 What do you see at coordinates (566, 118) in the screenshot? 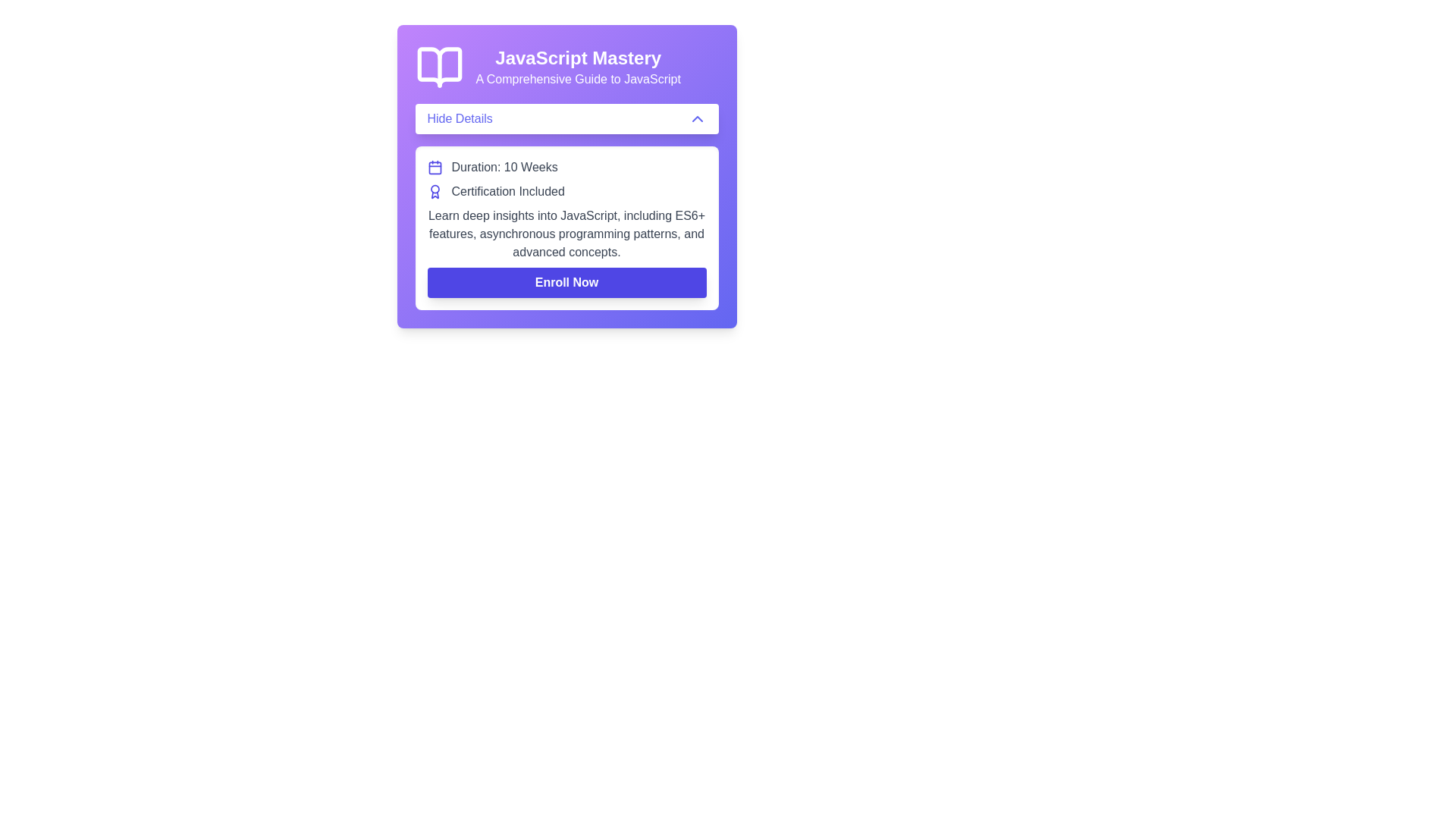
I see `the toggle button located in the 'JavaScript Mastery' card` at bounding box center [566, 118].